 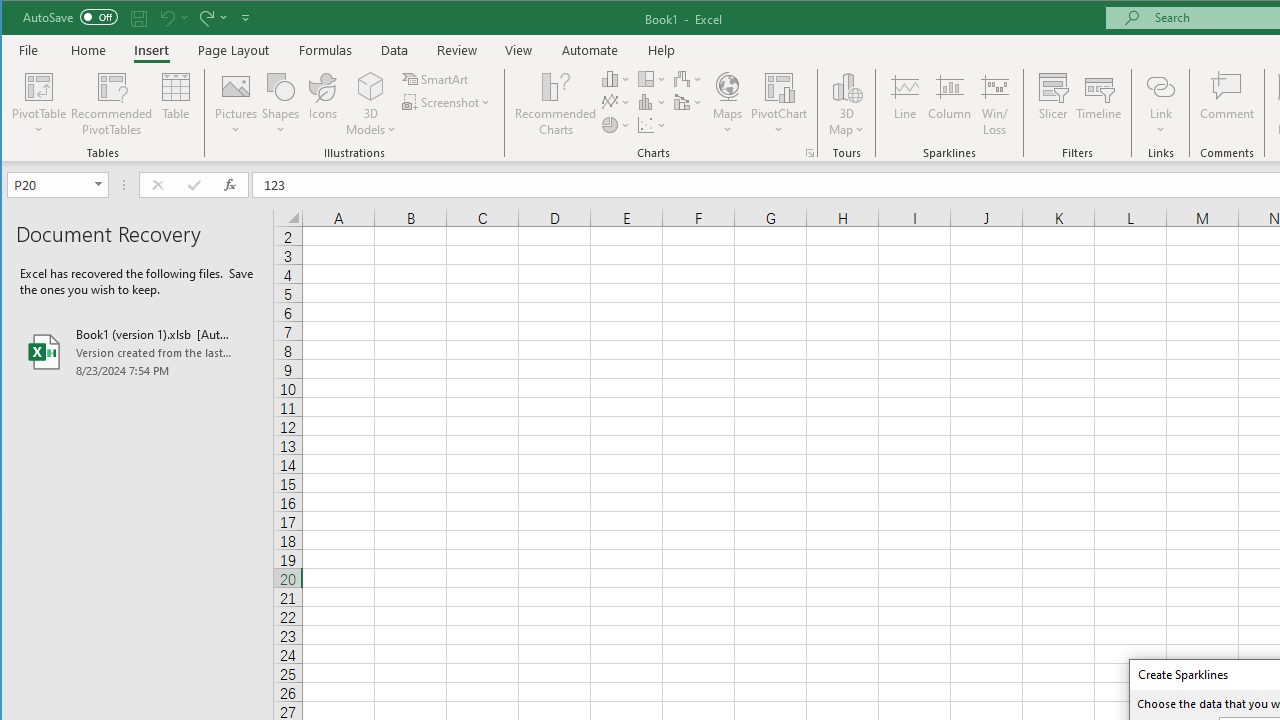 What do you see at coordinates (138, 17) in the screenshot?
I see `'Save'` at bounding box center [138, 17].